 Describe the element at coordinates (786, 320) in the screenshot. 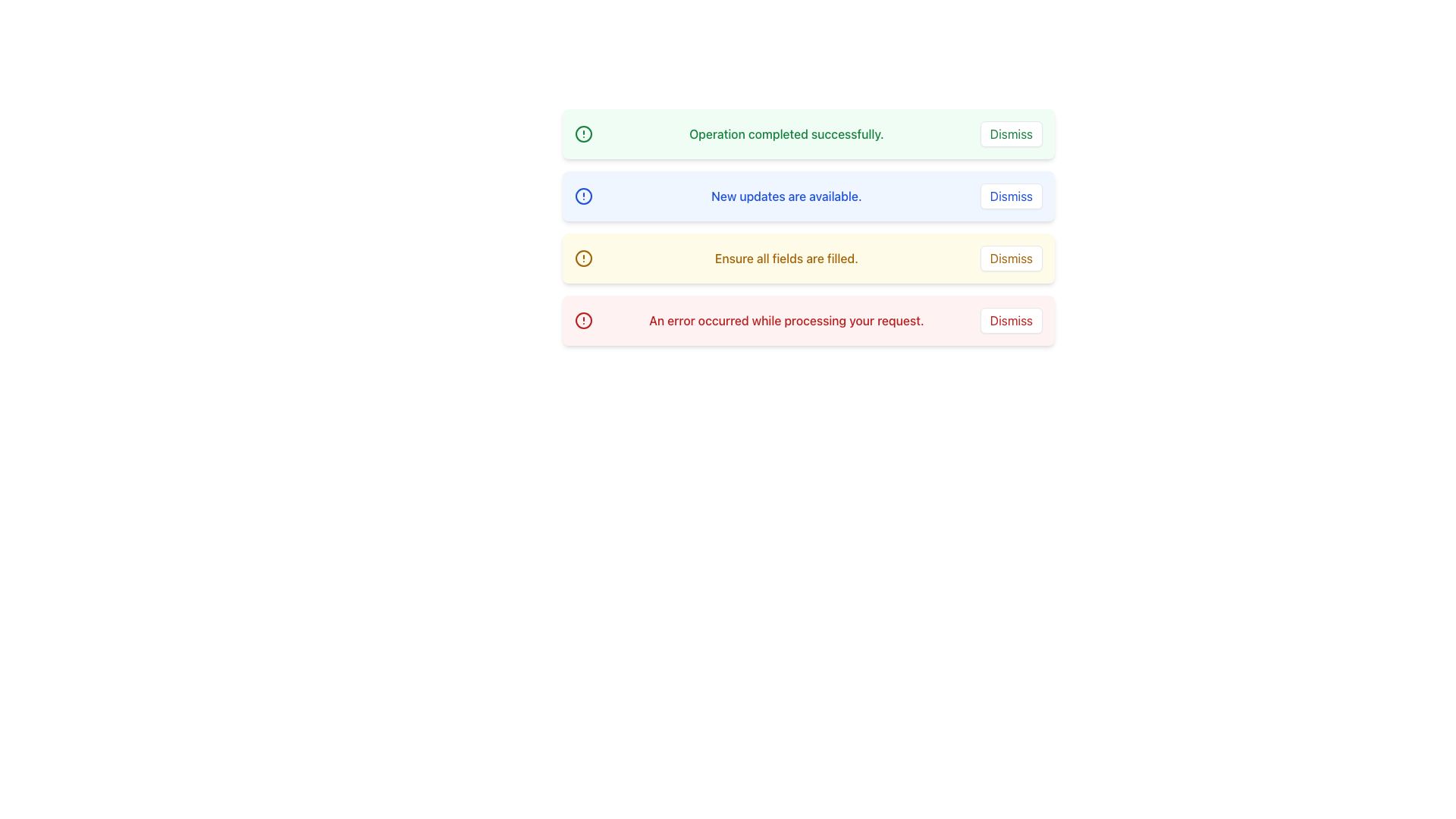

I see `the text label displaying the error message 'An error occurred while processing your request.' which is styled in red and located inside a notification card at the bottom of the list` at that location.